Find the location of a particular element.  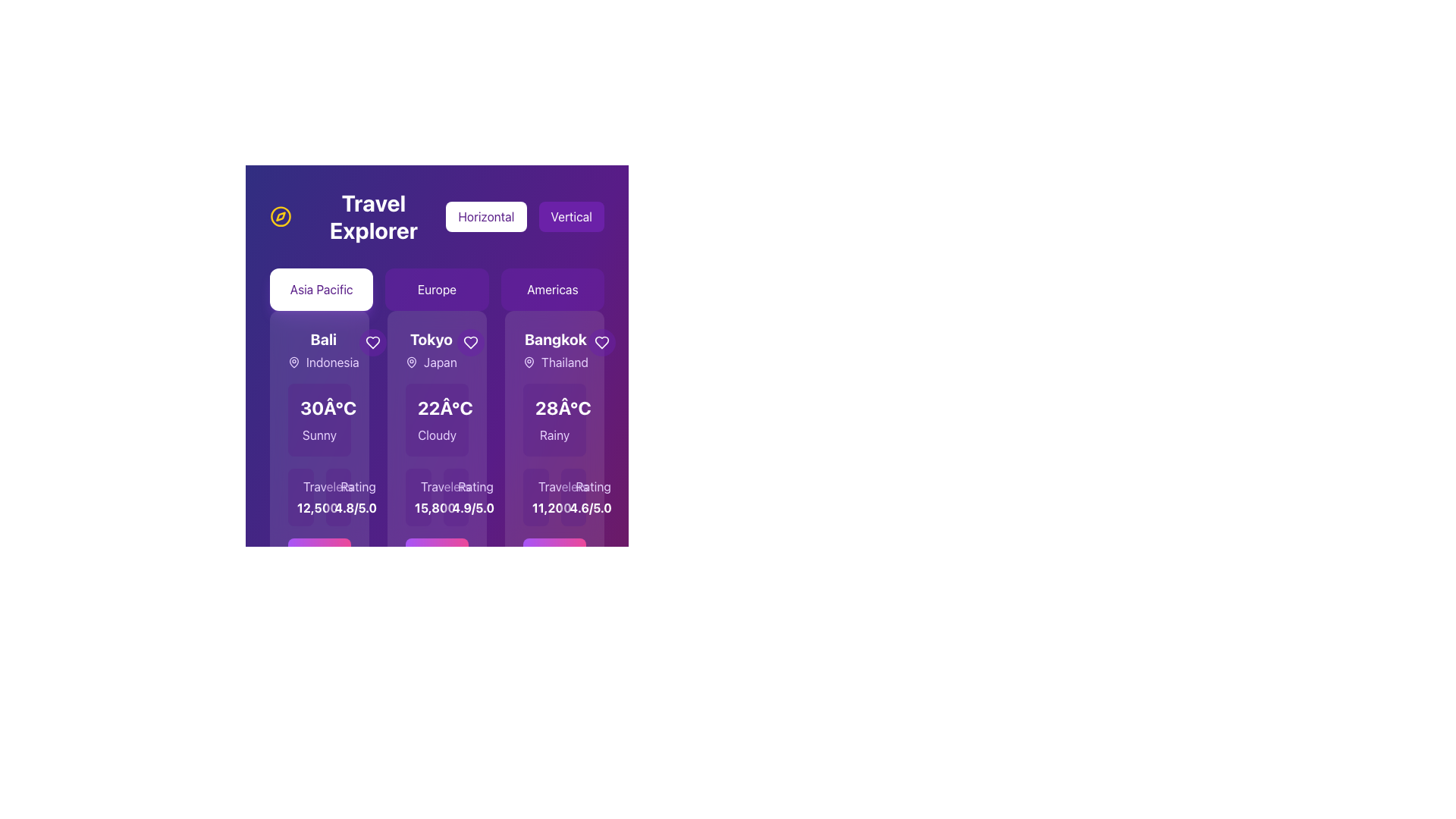

the text label indicating the 'Asia Pacific' category under the 'Bali' subsection, located at the bottom-left of the main interface is located at coordinates (300, 486).